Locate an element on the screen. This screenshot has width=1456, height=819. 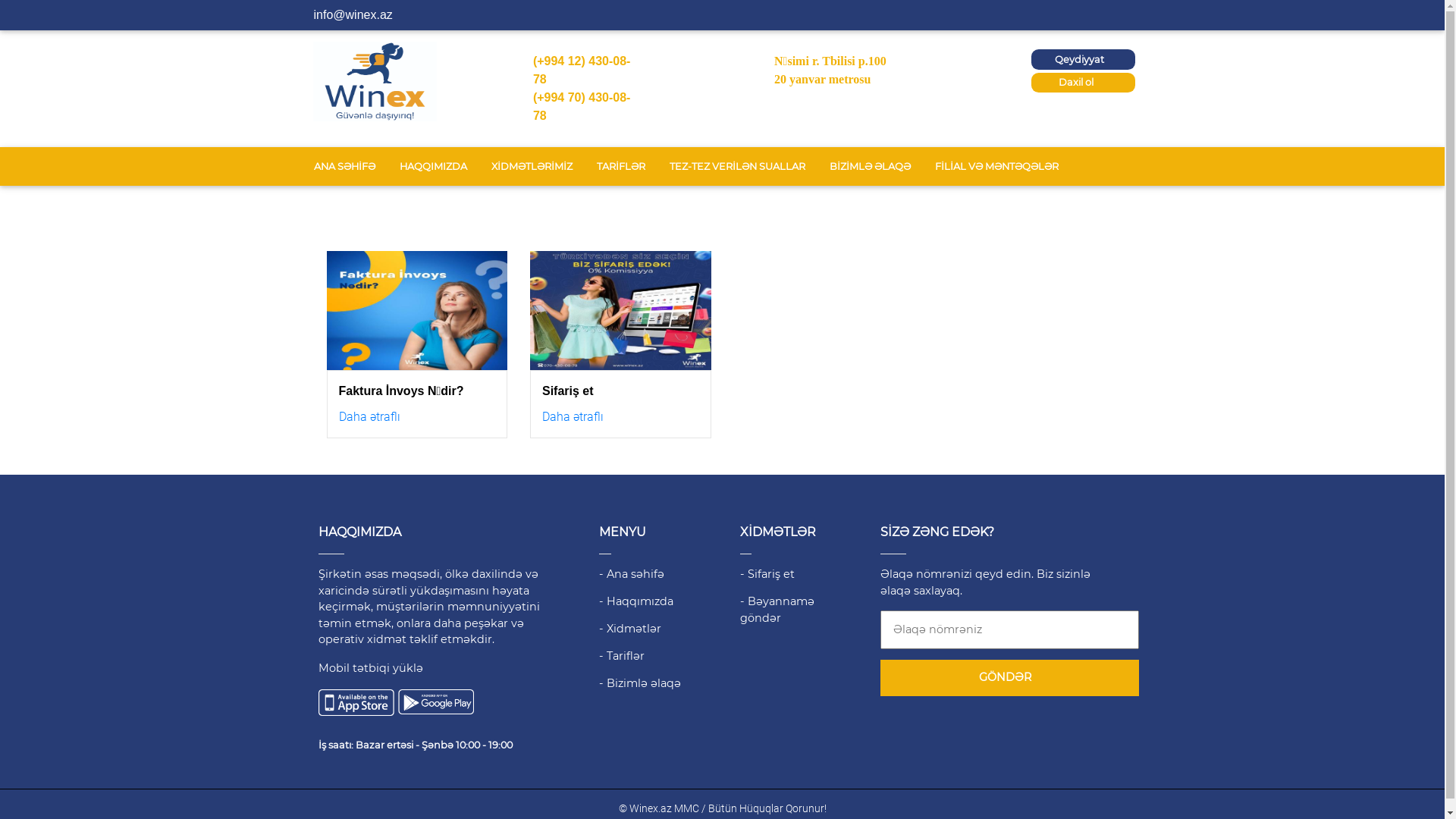
'info@winex.az' is located at coordinates (352, 14).